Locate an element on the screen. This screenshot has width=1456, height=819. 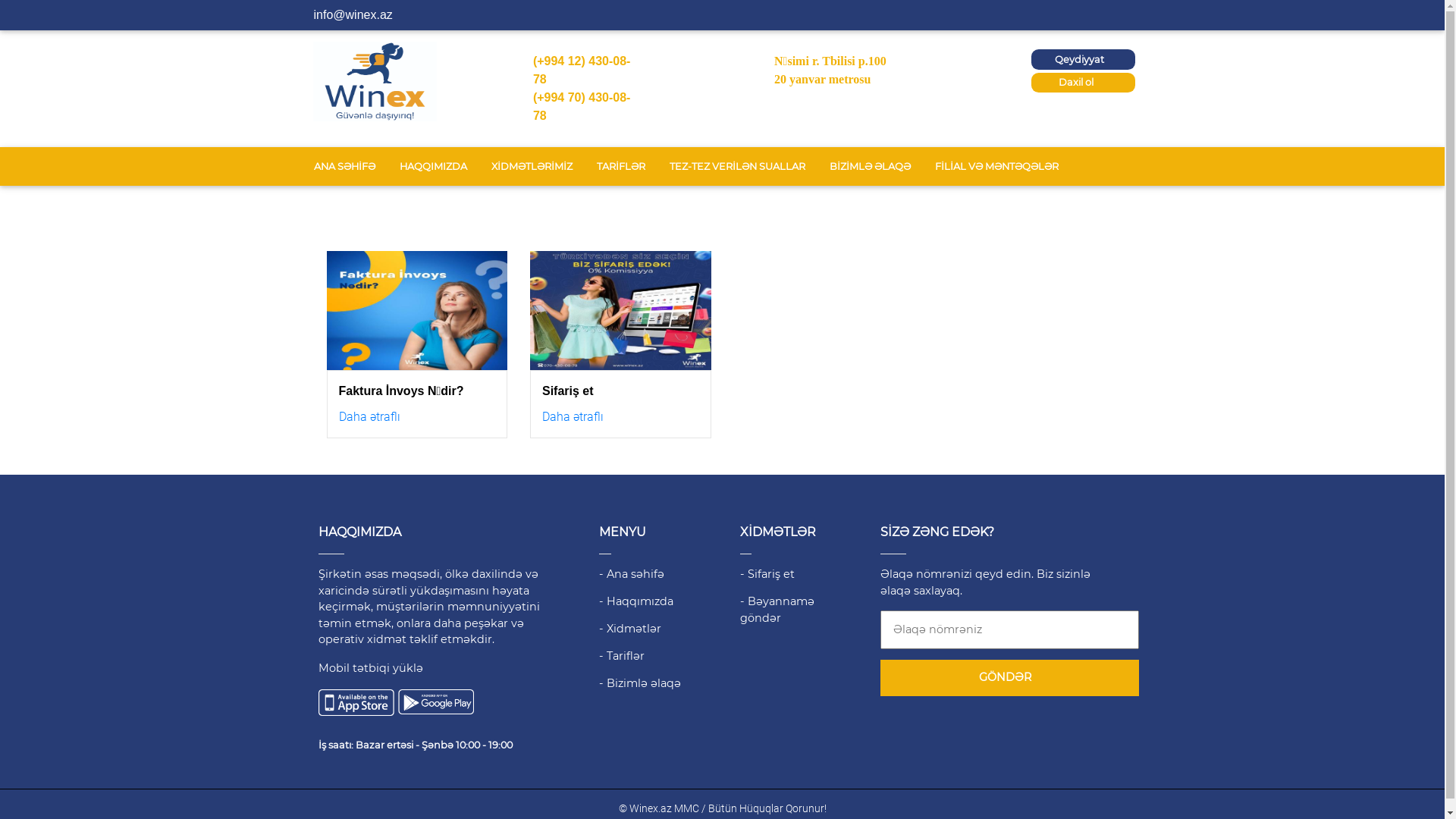
'info@winex.az' is located at coordinates (352, 14).